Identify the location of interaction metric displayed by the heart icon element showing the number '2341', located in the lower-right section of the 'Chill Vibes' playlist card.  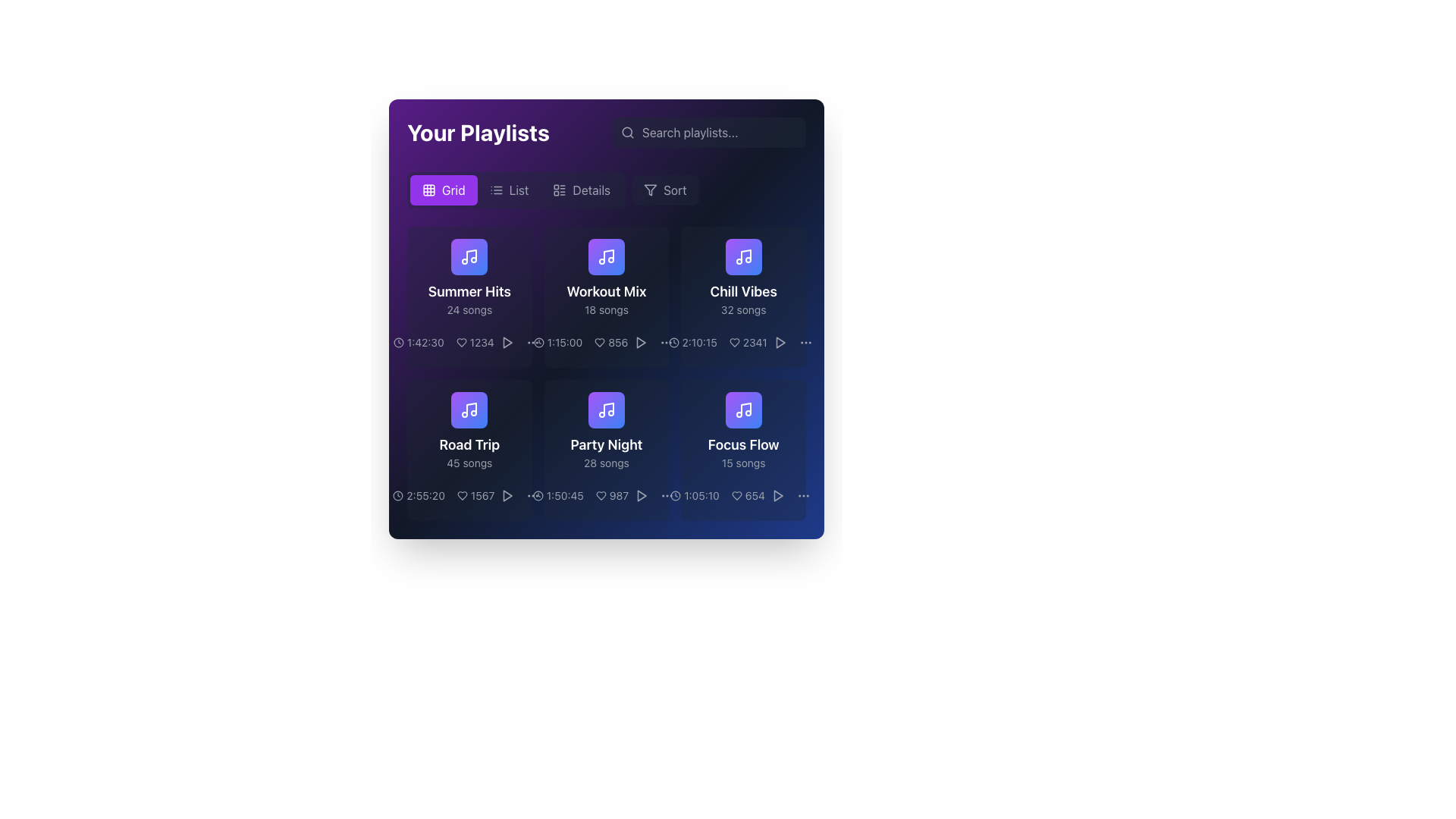
(748, 342).